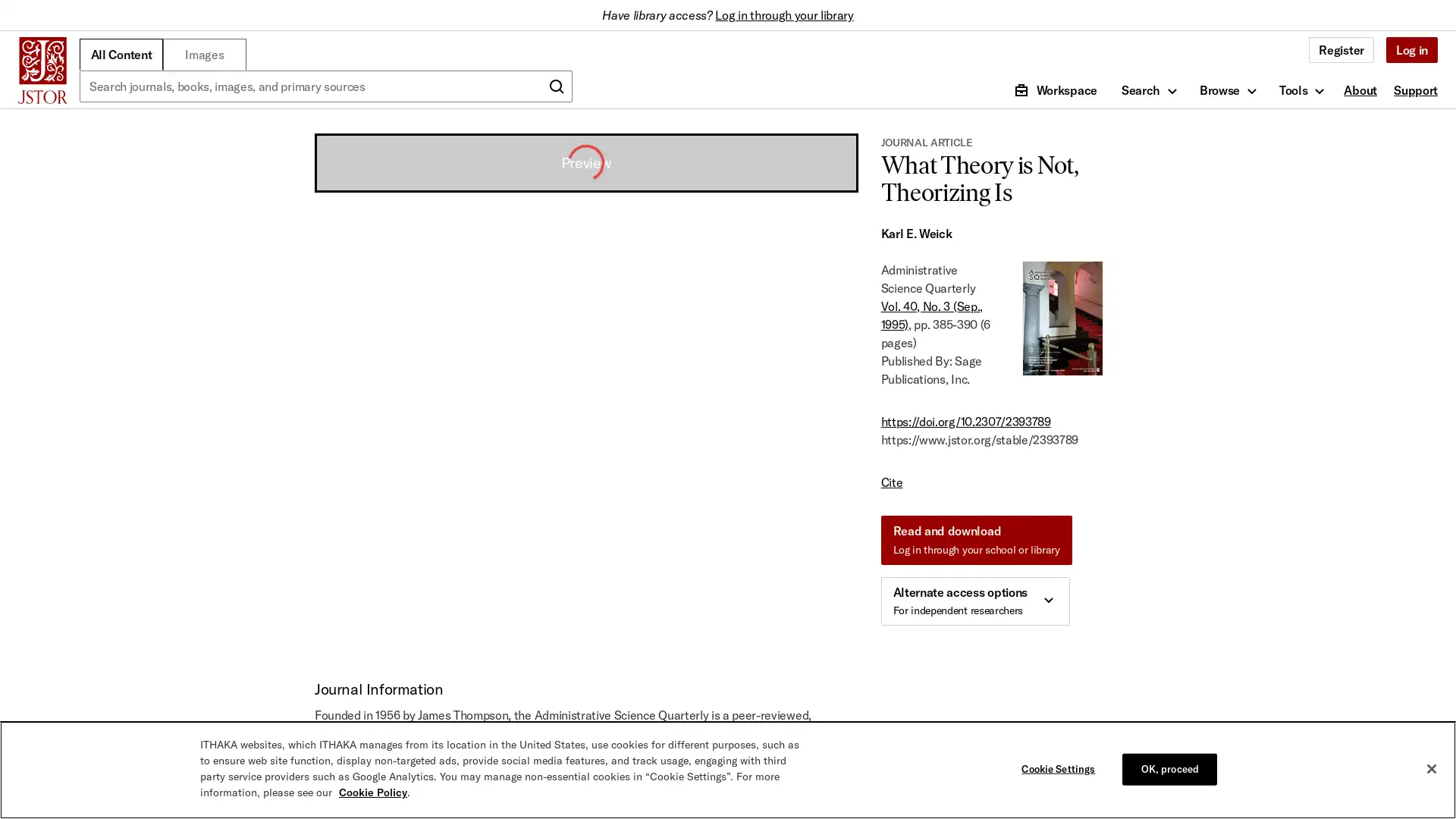 The height and width of the screenshot is (819, 1456). I want to click on Log in, so click(1410, 49).